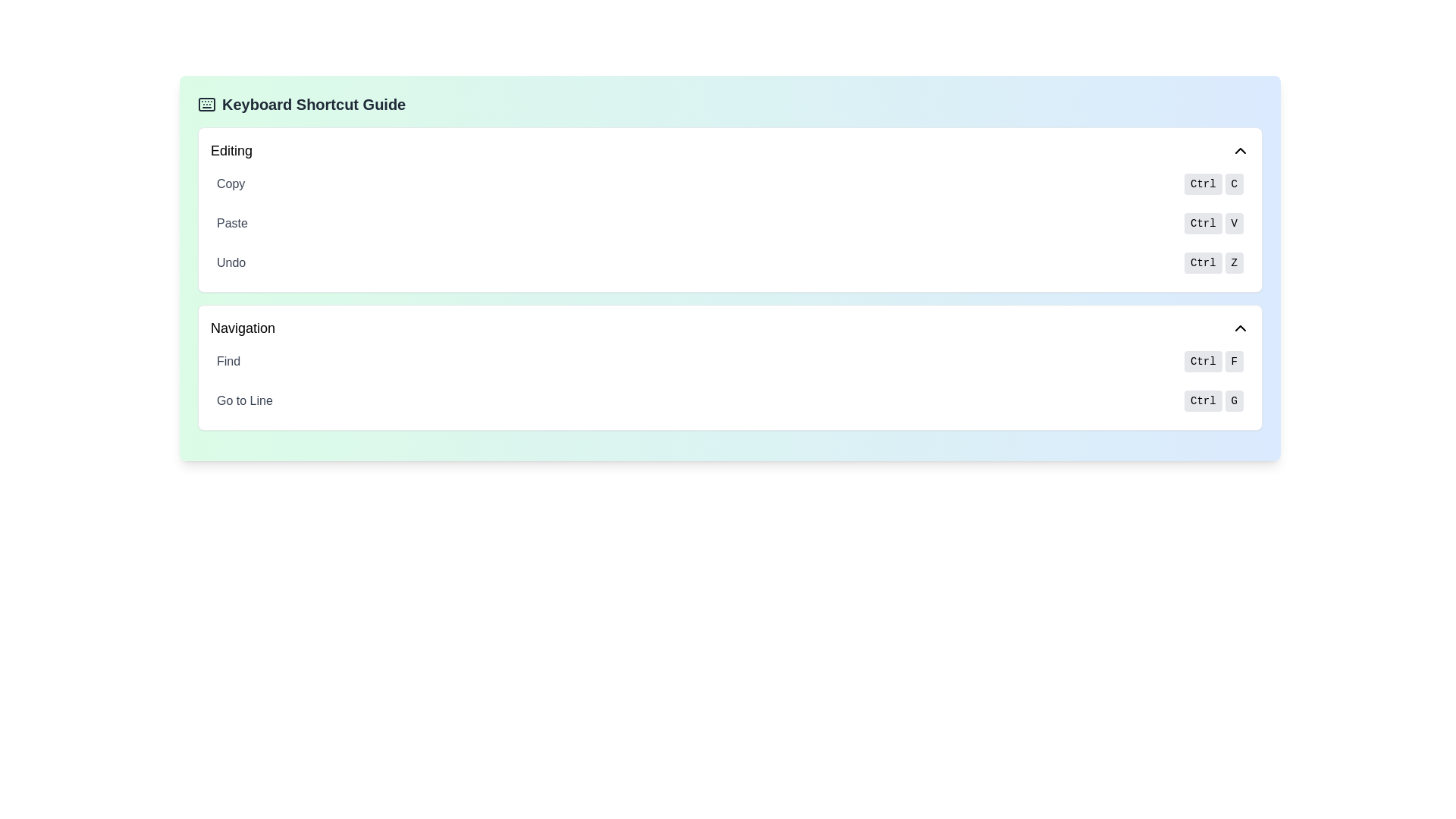 The height and width of the screenshot is (819, 1456). Describe the element at coordinates (1213, 184) in the screenshot. I see `the 'Ctrl + C' keyboard shortcut label located in the 'Copy' section at the top of the 'Editing' section of the 'Keyboard Shortcut Guide'` at that location.